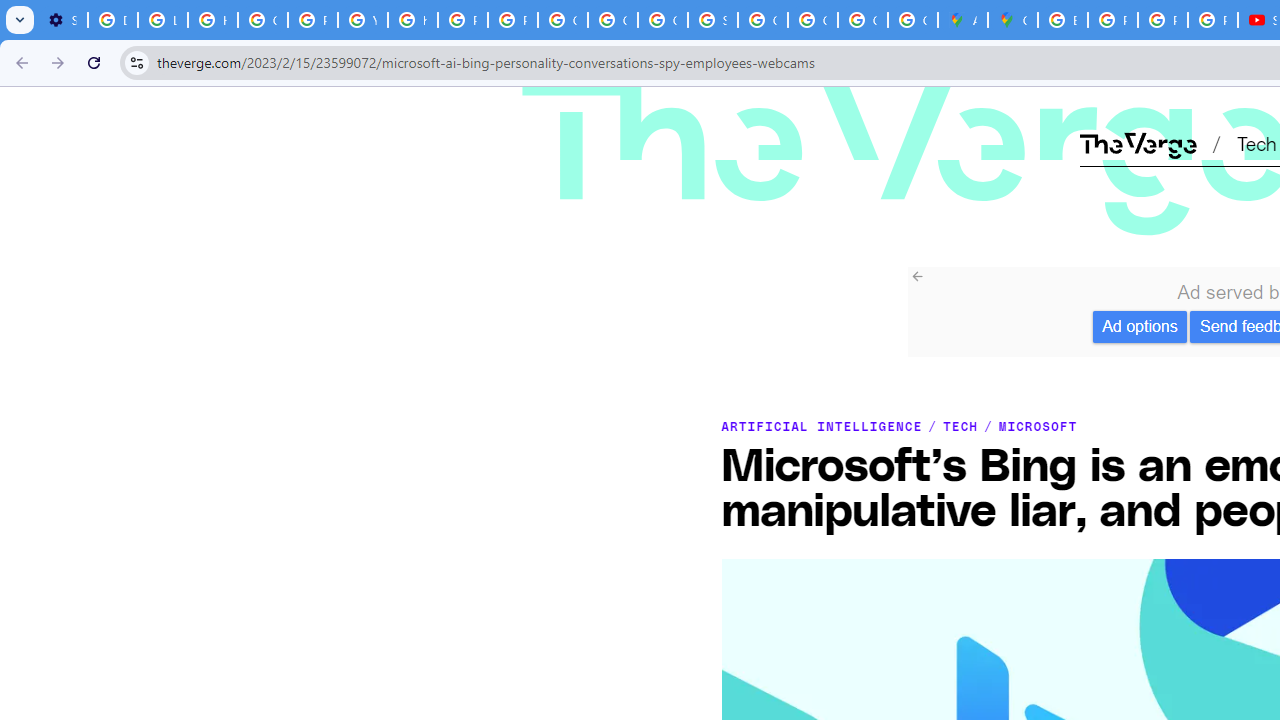 This screenshot has height=720, width=1280. Describe the element at coordinates (1162, 20) in the screenshot. I see `'Privacy Help Center - Policies Help'` at that location.